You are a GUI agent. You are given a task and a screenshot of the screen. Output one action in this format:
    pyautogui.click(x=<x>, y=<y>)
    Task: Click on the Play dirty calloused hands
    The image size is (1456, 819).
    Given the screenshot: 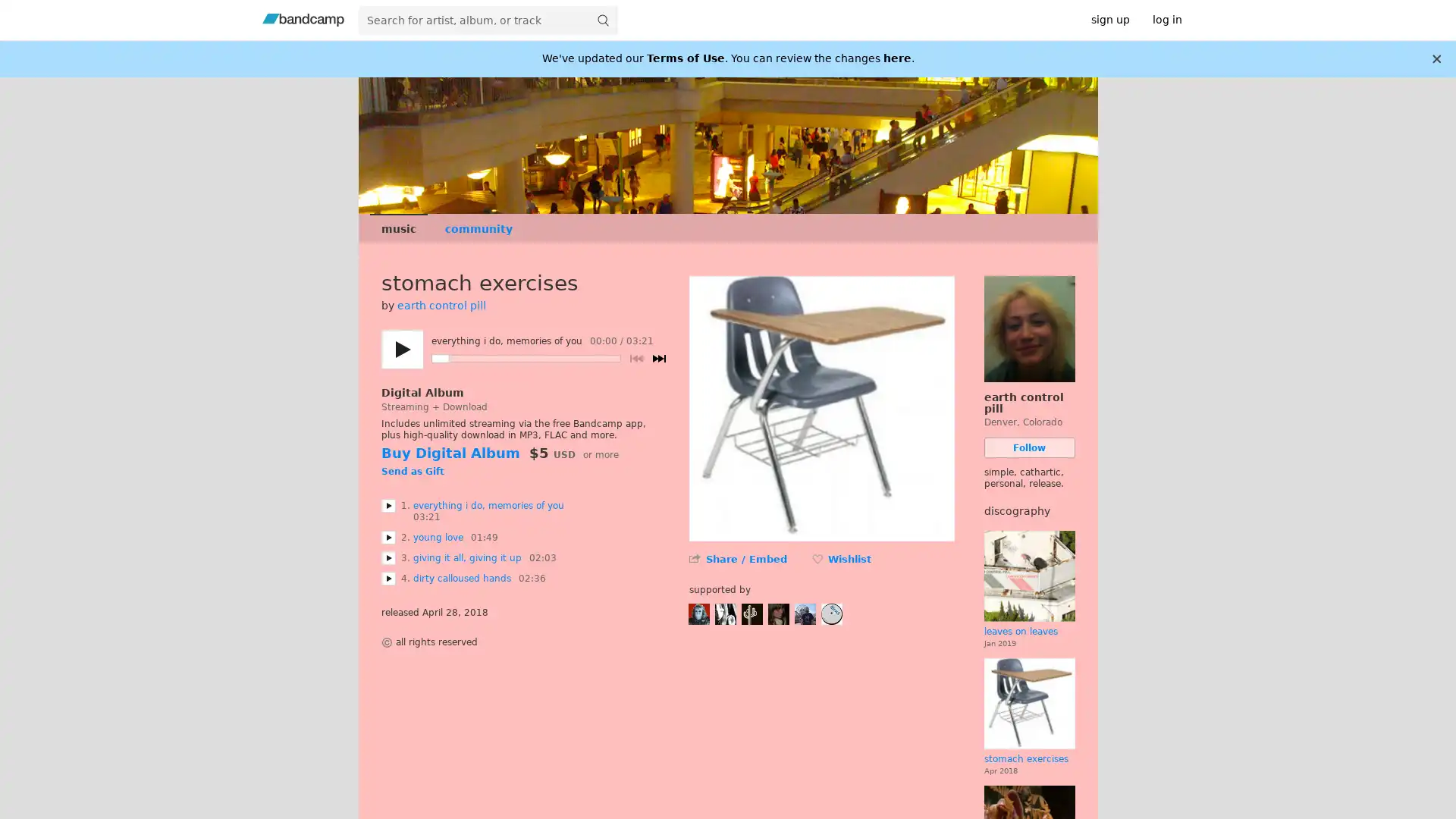 What is the action you would take?
    pyautogui.click(x=388, y=579)
    